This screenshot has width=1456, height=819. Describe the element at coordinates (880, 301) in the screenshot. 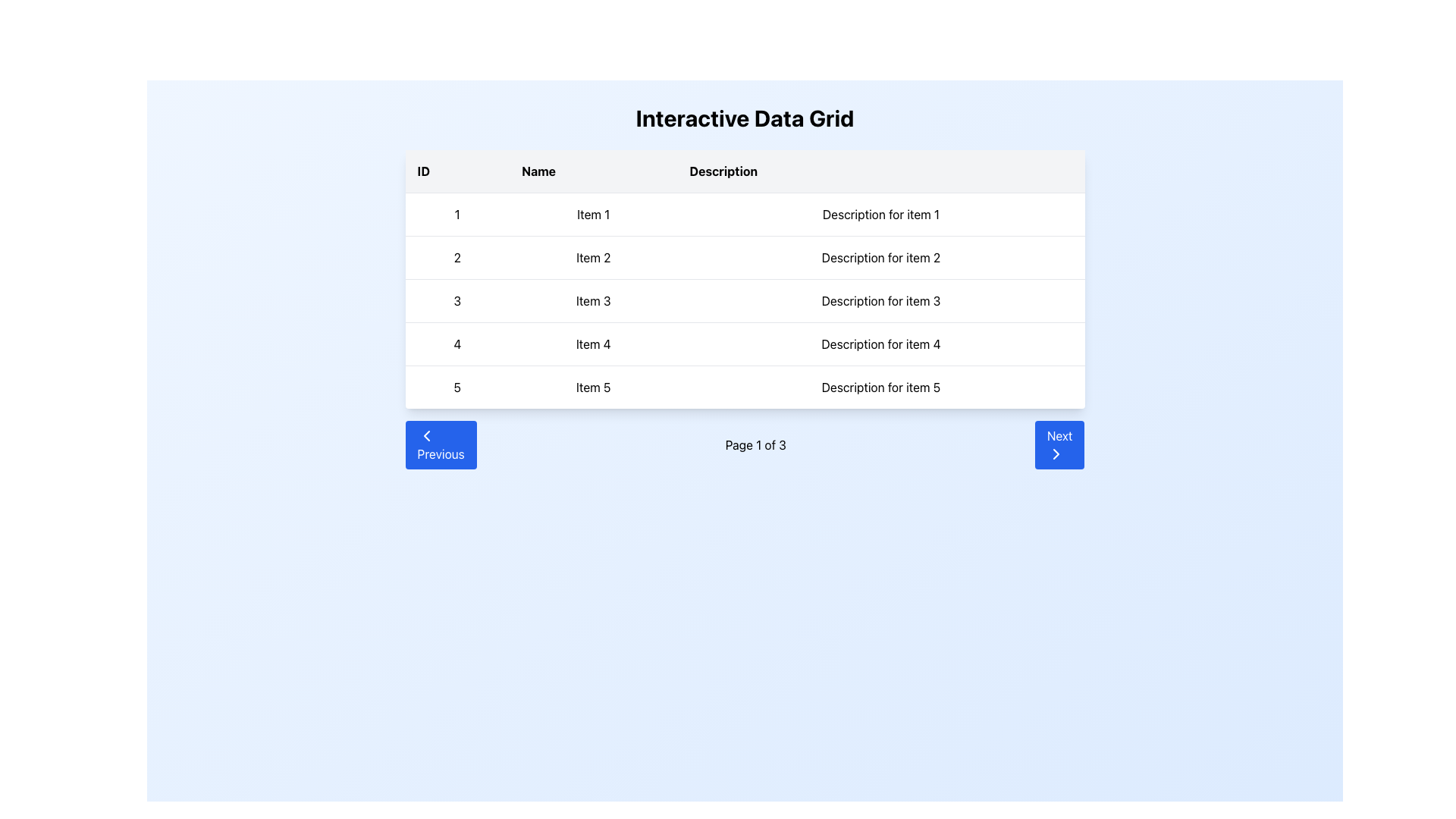

I see `the text label displaying 'Description for item 3' located in the third row of the data grid table under the 'Description' column` at that location.